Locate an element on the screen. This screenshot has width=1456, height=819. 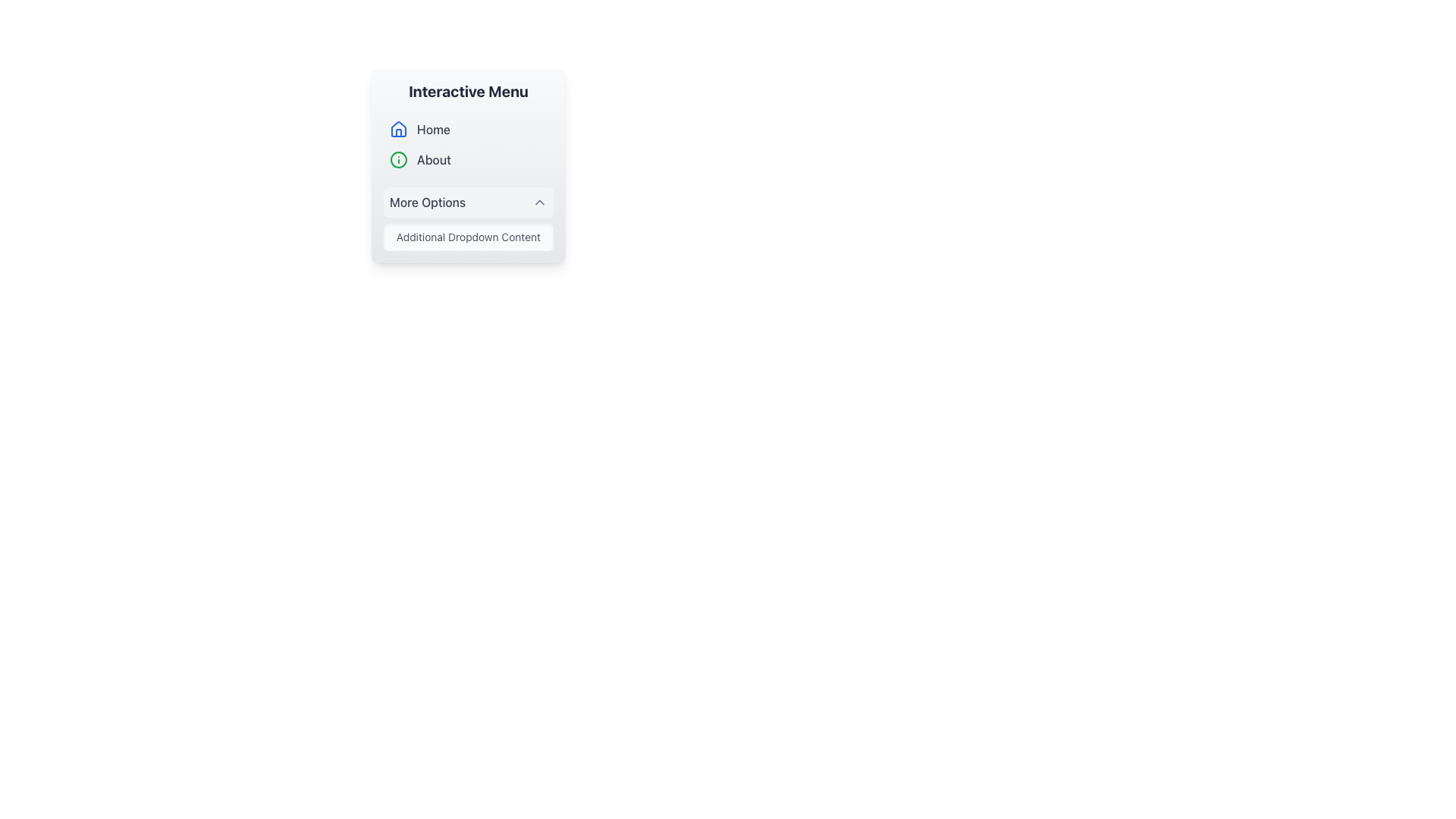
the small upward-pointing chevron icon with a gray outline located to the far right of the 'More Options' button to trigger a tooltip or visual change is located at coordinates (539, 201).